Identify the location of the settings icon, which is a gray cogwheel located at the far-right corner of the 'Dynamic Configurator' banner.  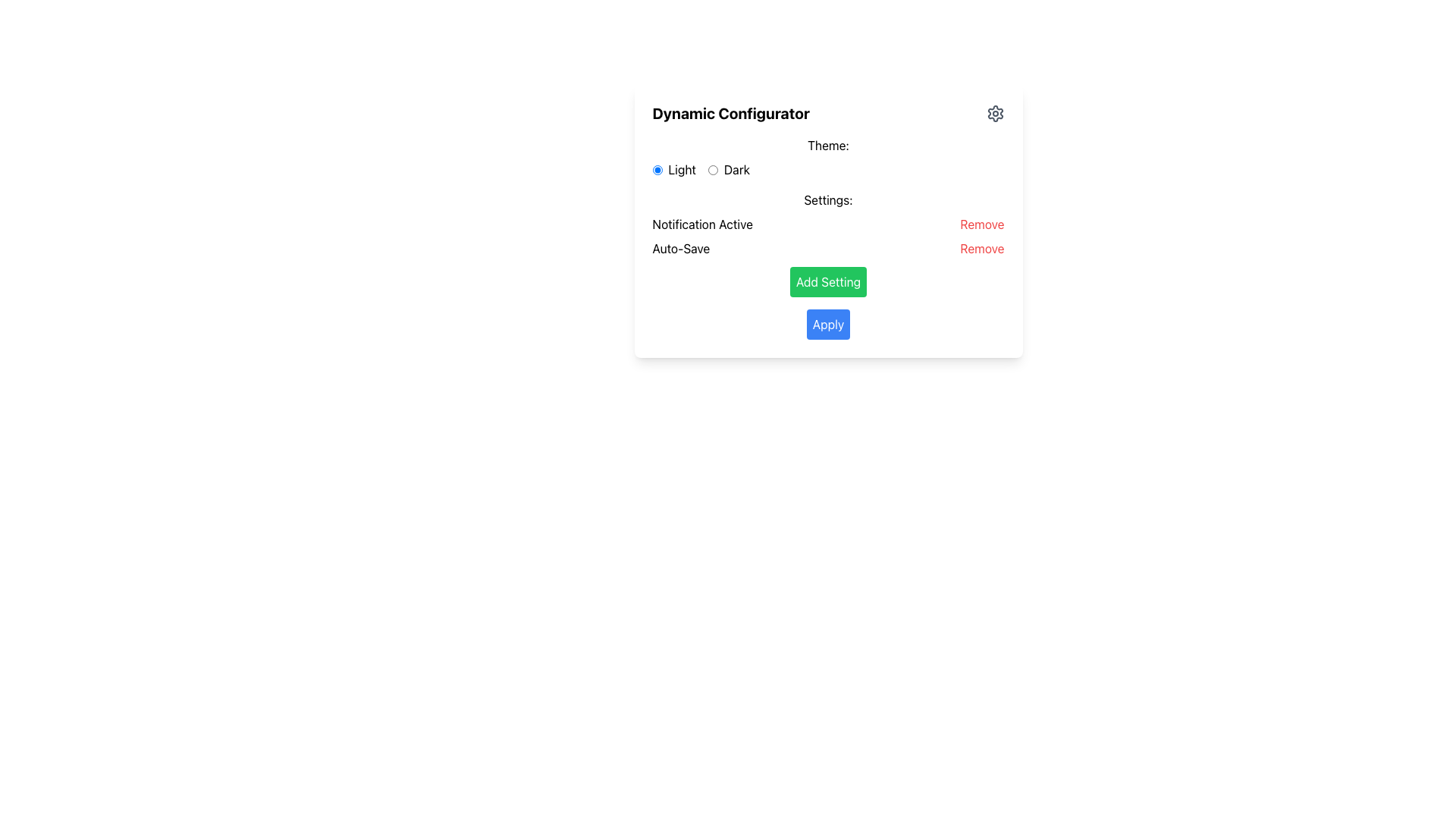
(995, 113).